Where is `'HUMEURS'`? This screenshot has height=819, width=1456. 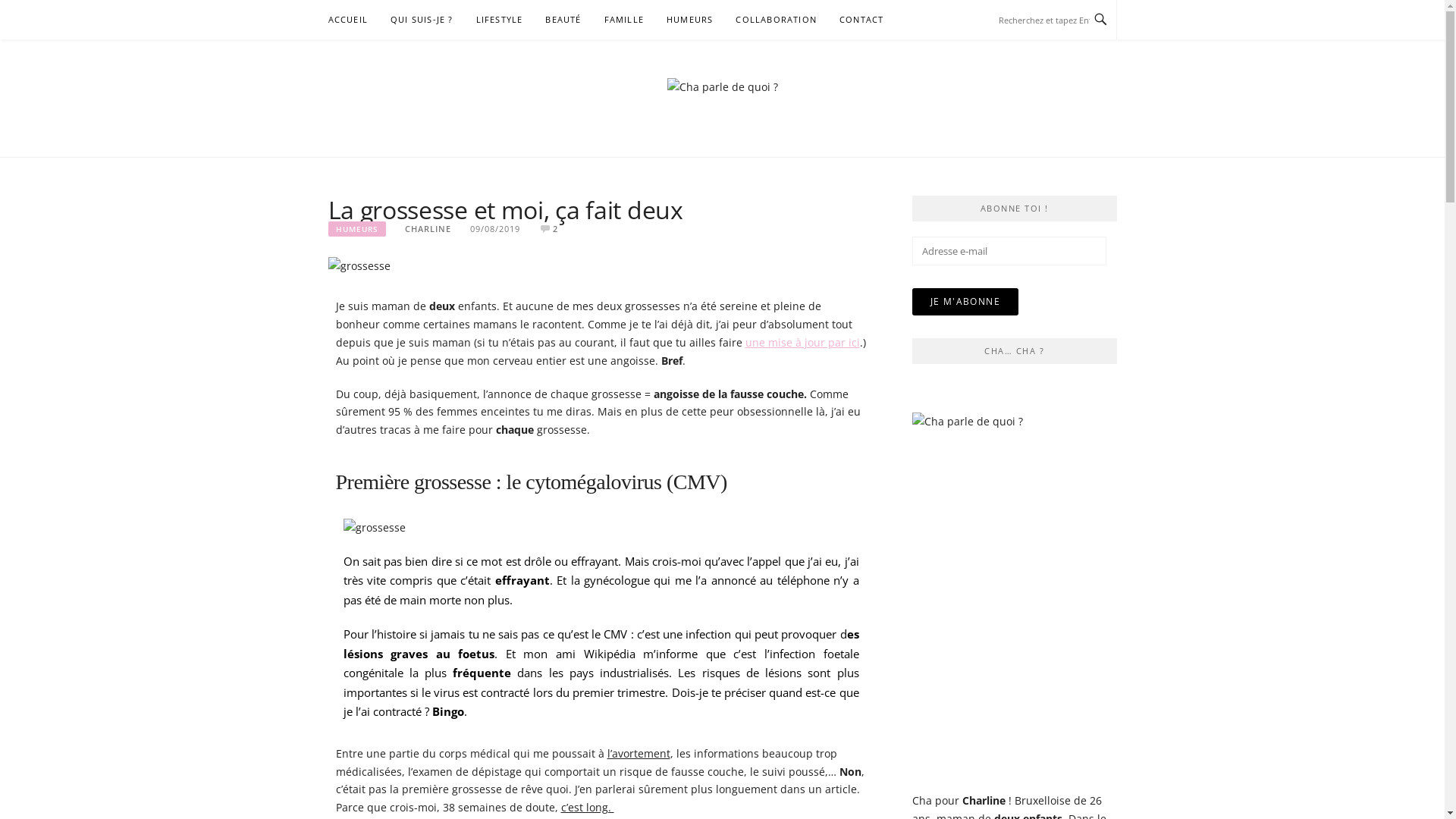
'HUMEURS' is located at coordinates (689, 20).